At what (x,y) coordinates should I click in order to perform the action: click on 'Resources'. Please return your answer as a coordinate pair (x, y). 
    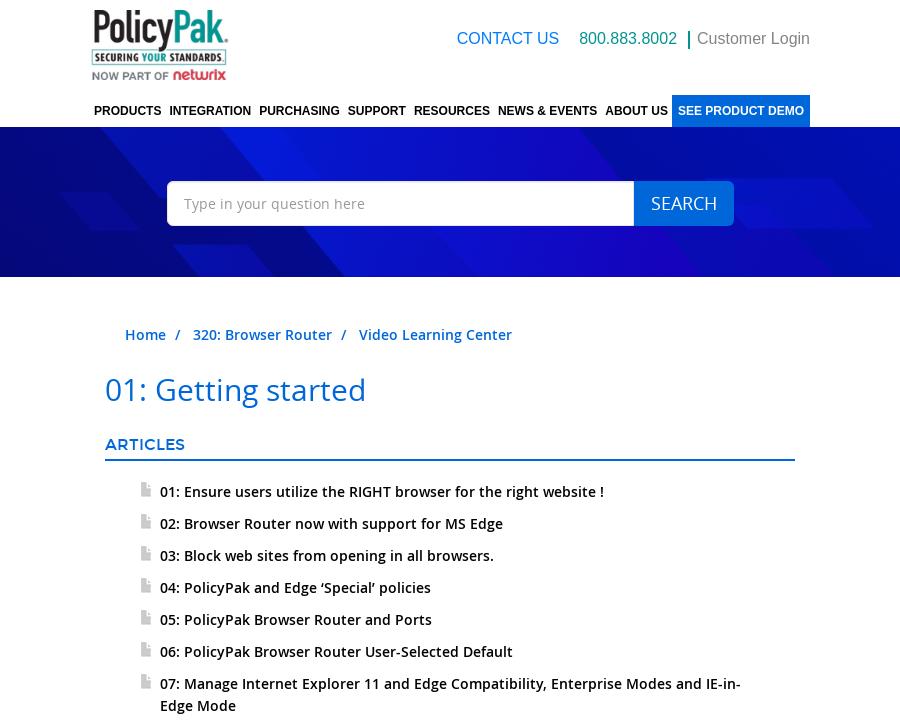
    Looking at the image, I should click on (450, 111).